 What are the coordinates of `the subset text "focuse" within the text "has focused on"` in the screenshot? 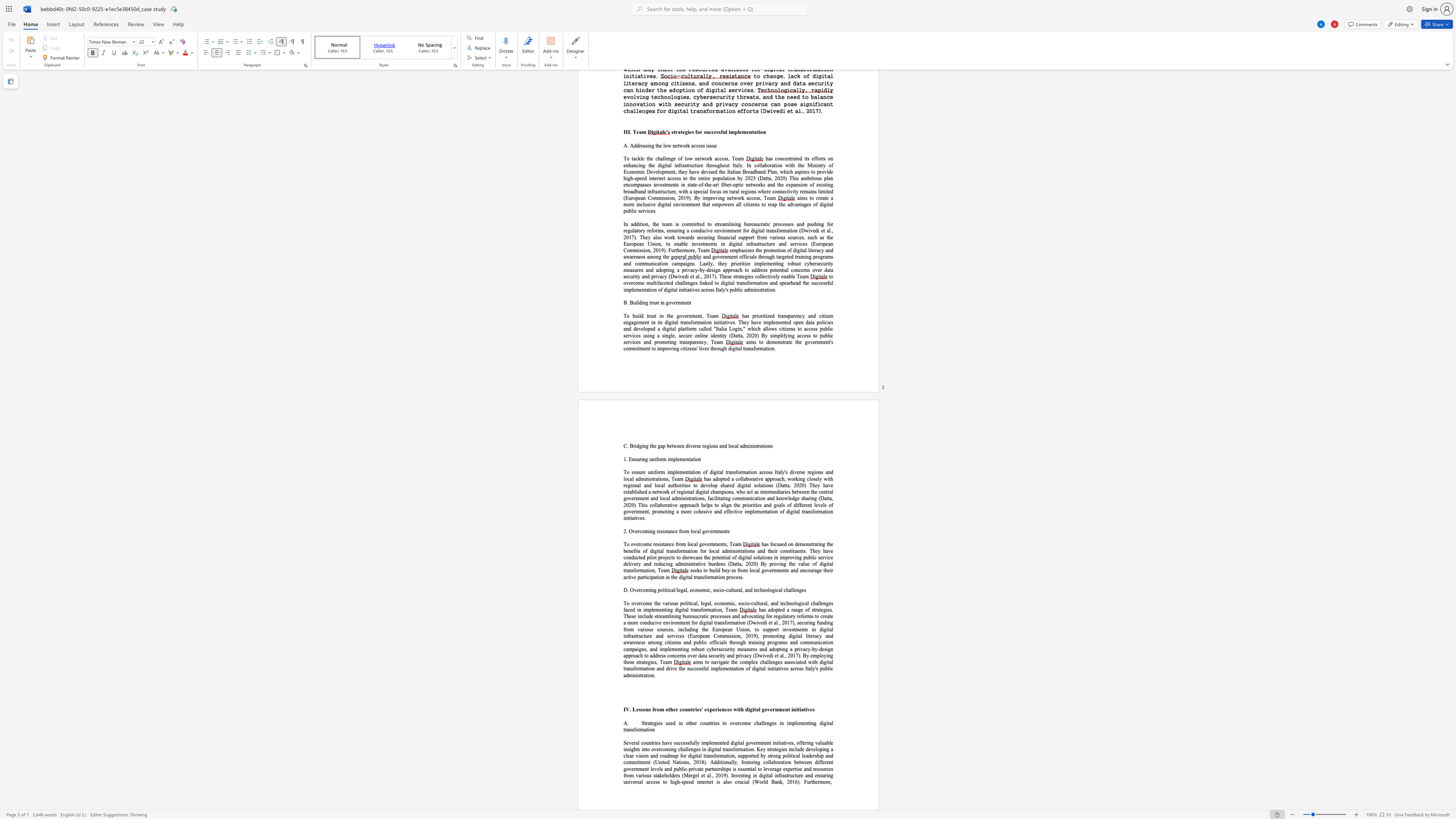 It's located at (769, 543).